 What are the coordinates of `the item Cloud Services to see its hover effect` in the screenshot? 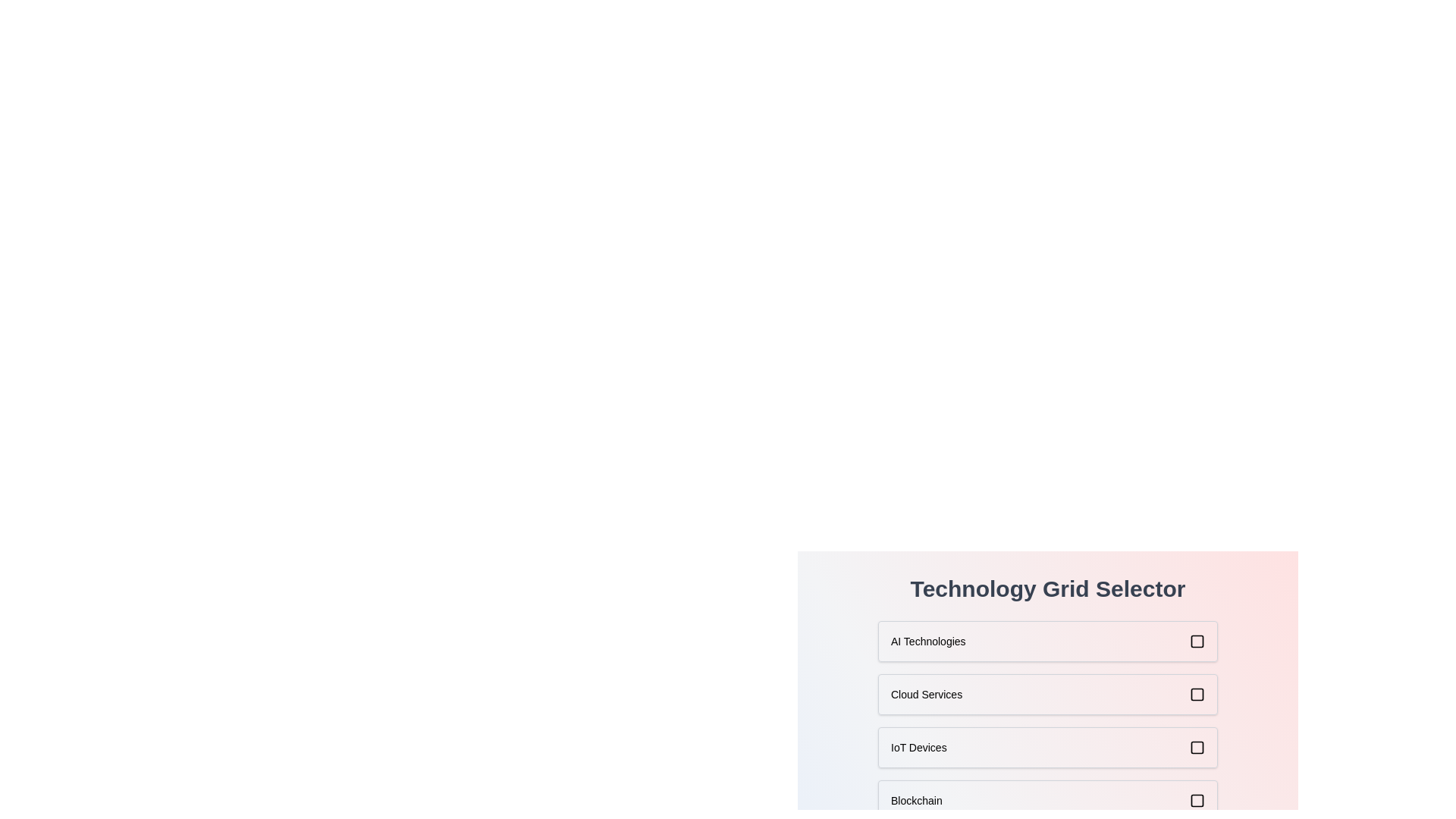 It's located at (1047, 694).